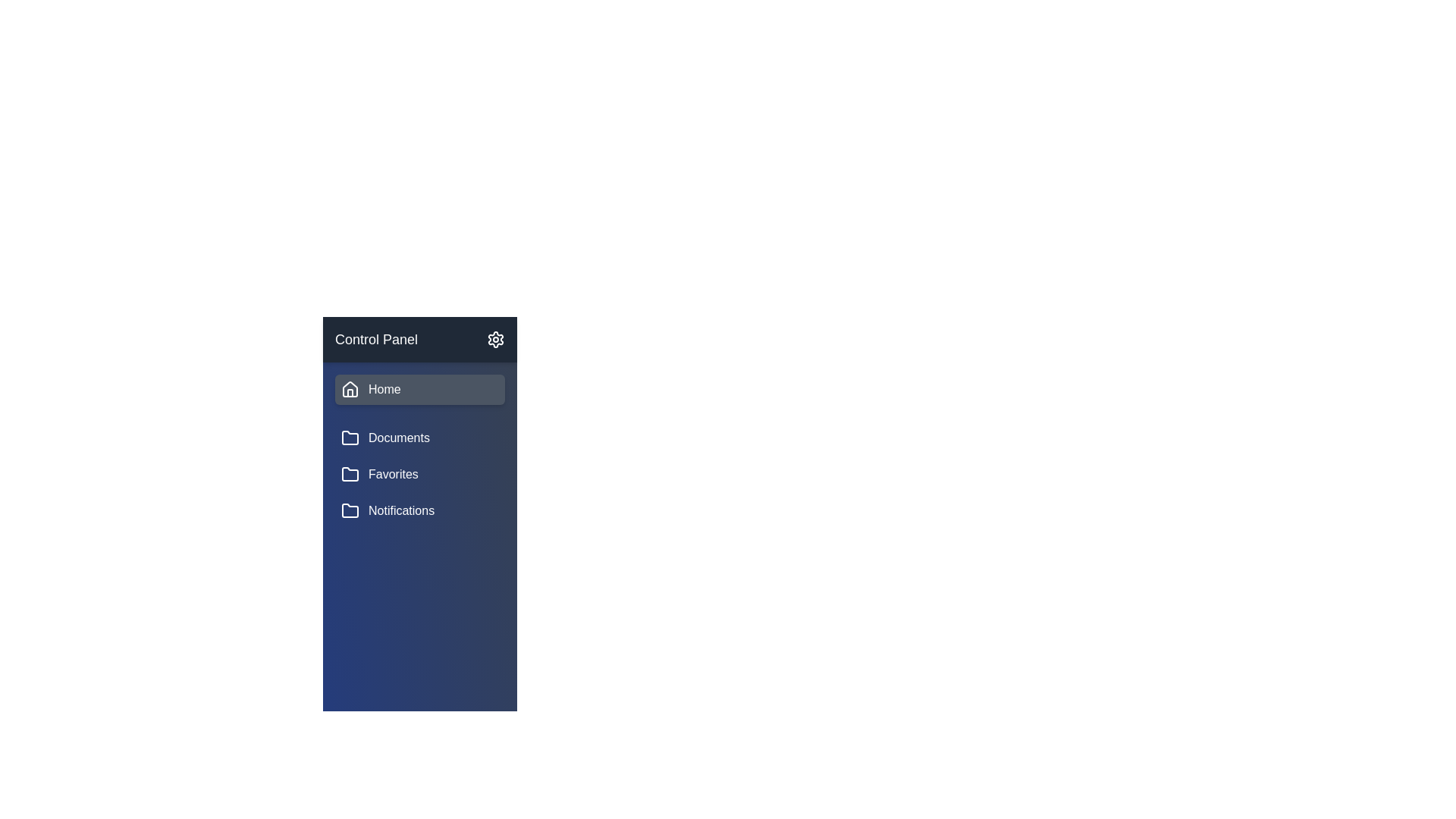  What do you see at coordinates (419, 438) in the screenshot?
I see `the list item labeled Documents to observe the hover effect` at bounding box center [419, 438].